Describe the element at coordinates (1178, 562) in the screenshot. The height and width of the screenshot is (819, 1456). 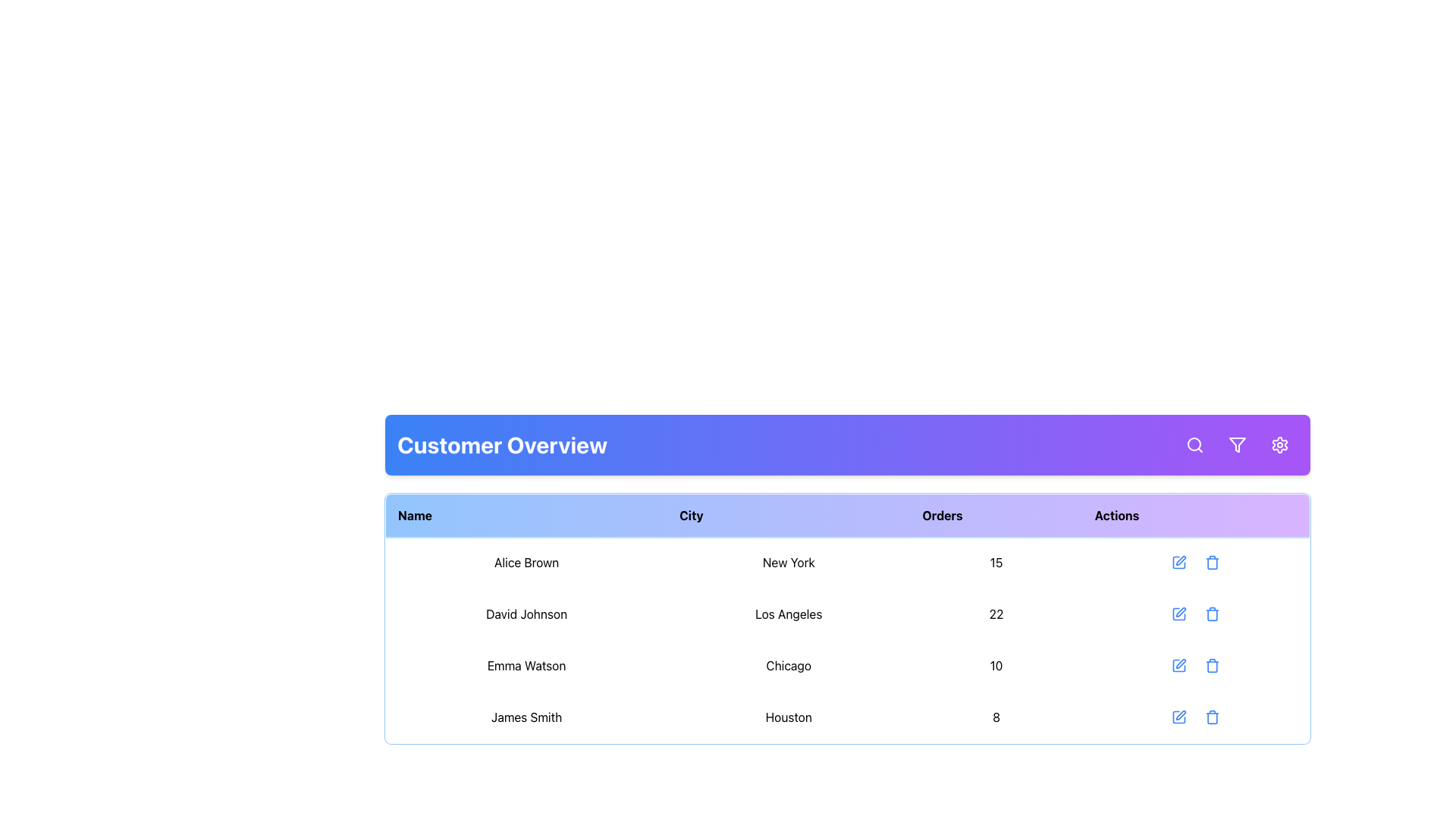
I see `the edit button, which is a small blue square icon with a pencil inside, located in the 'Actions' column of the first row of the table` at that location.